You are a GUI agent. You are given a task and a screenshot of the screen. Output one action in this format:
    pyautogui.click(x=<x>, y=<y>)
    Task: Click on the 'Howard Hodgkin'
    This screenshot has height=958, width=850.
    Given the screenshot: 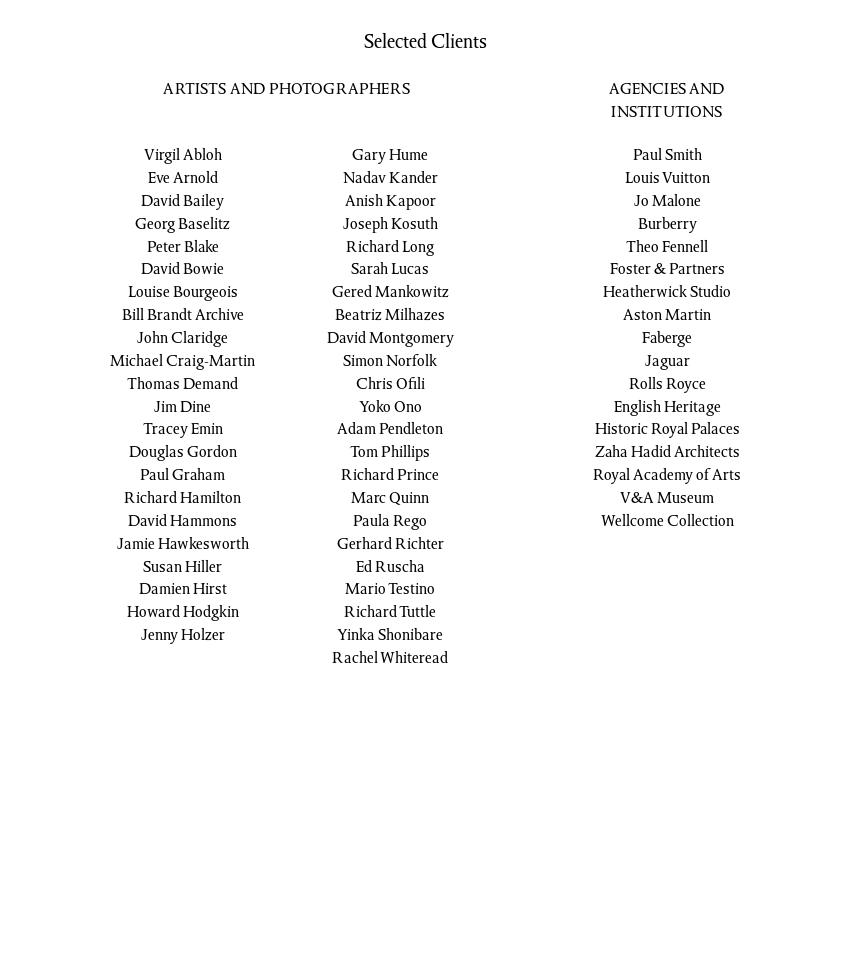 What is the action you would take?
    pyautogui.click(x=180, y=613)
    